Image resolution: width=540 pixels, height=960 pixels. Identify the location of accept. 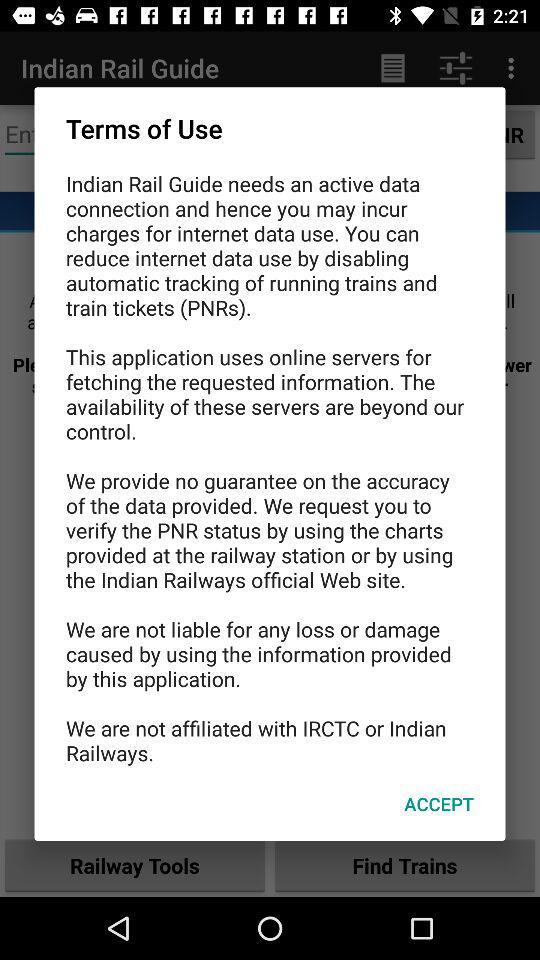
(438, 804).